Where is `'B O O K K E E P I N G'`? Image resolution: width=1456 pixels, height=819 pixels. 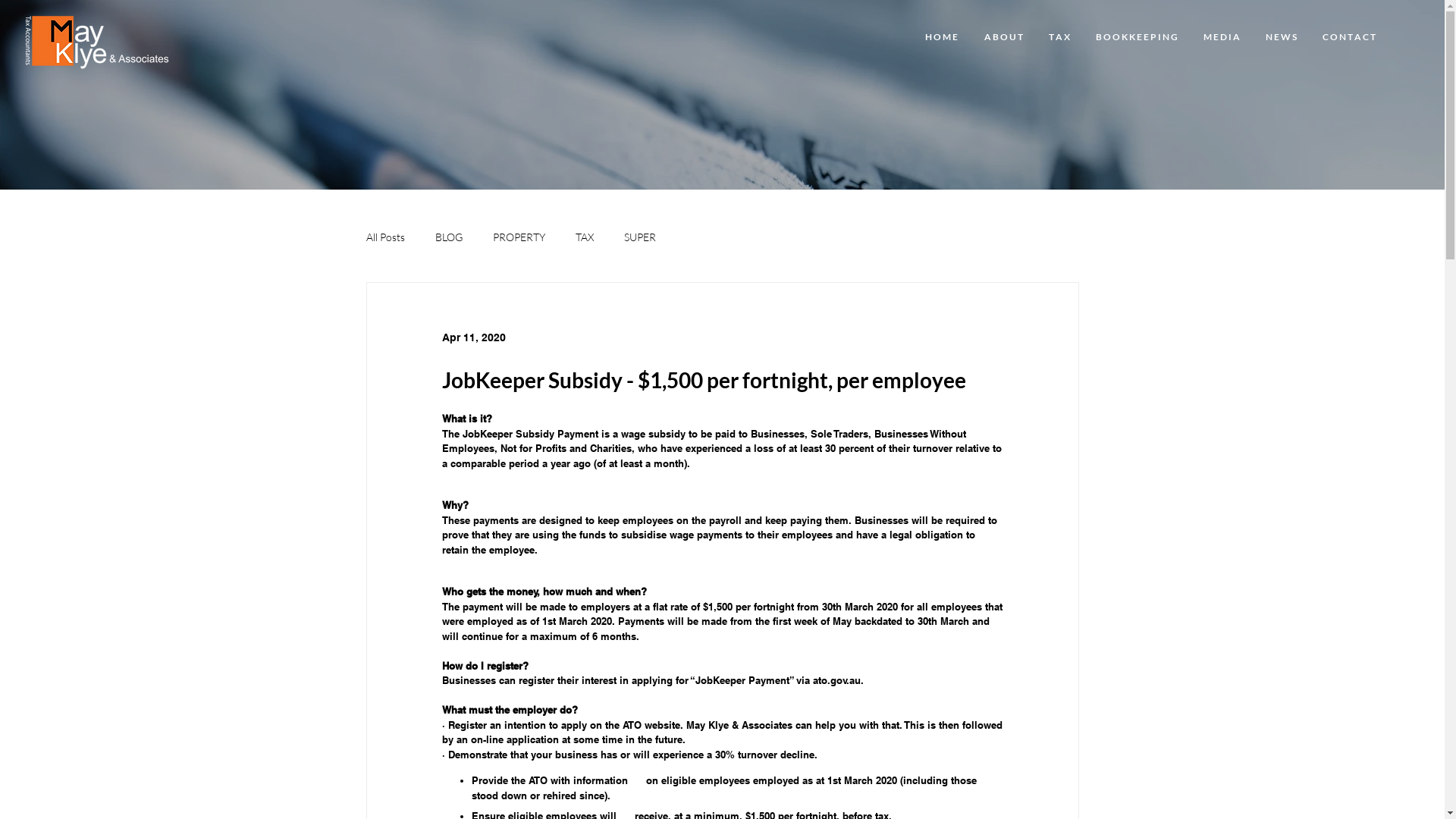
'B O O K K E E P I N G' is located at coordinates (1136, 36).